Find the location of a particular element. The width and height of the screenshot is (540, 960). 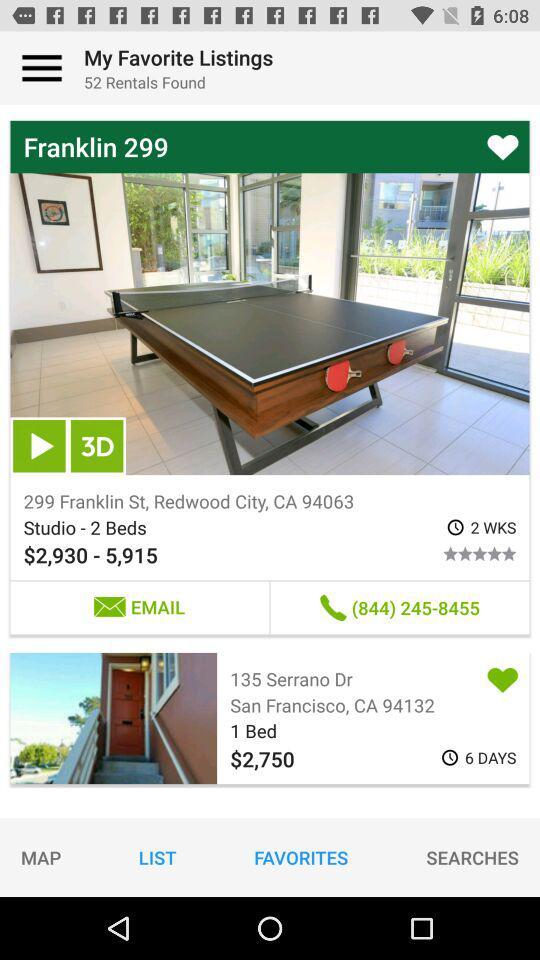

icon to the left of the list item is located at coordinates (41, 856).